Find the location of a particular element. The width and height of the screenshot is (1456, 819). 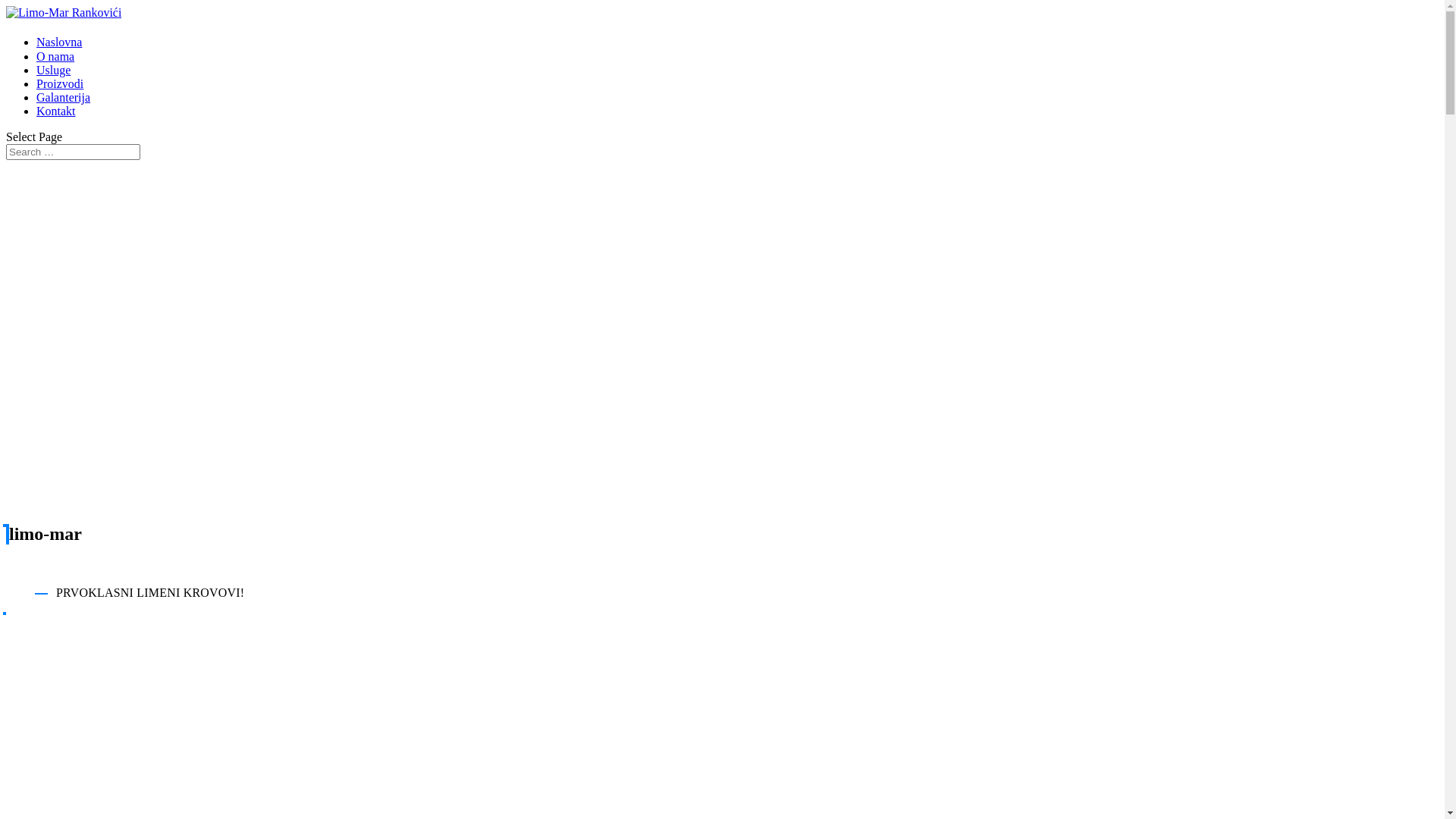

'Usluge' is located at coordinates (53, 70).